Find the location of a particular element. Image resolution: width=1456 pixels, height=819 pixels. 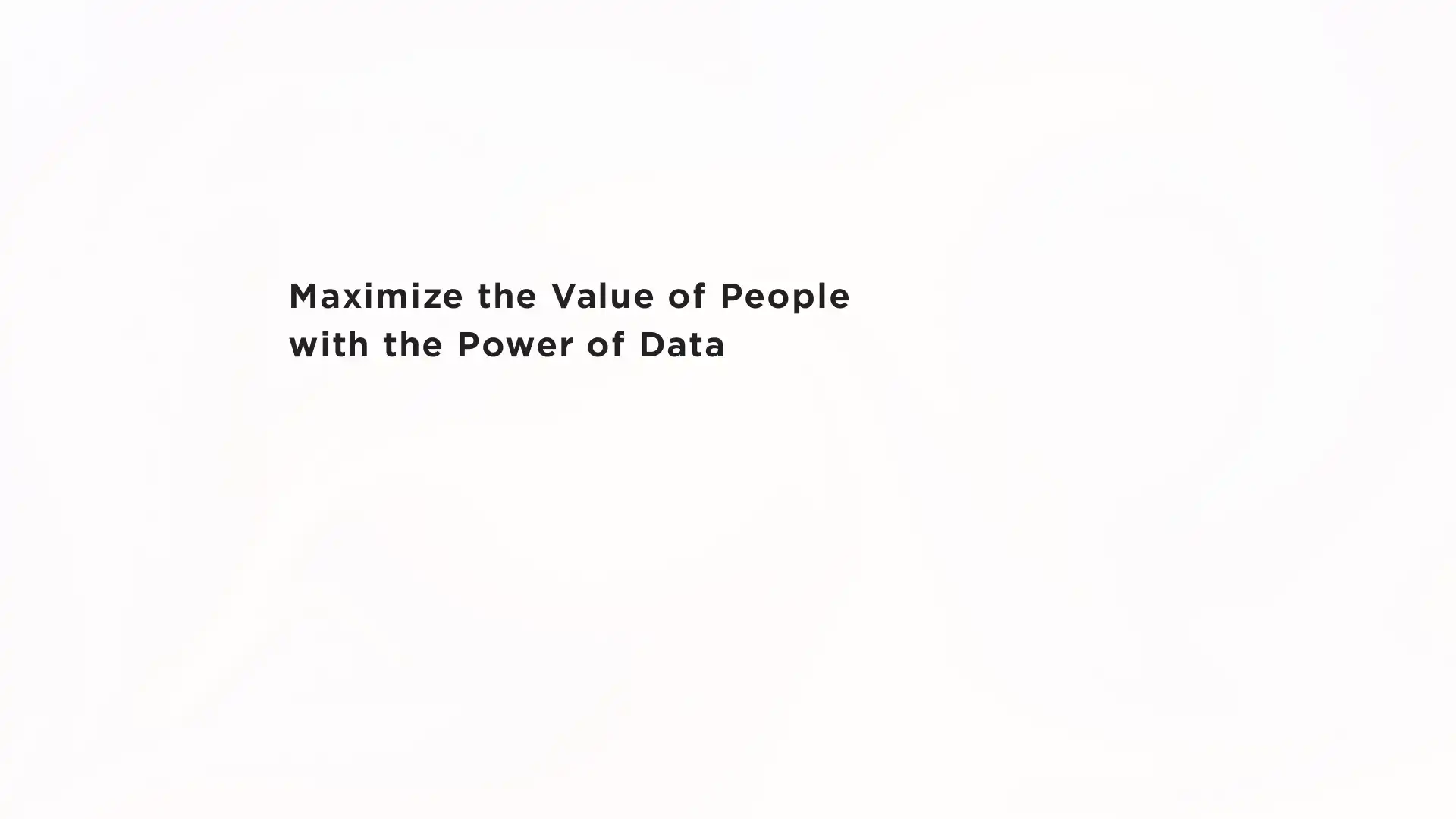

JP is located at coordinates (1157, 45).